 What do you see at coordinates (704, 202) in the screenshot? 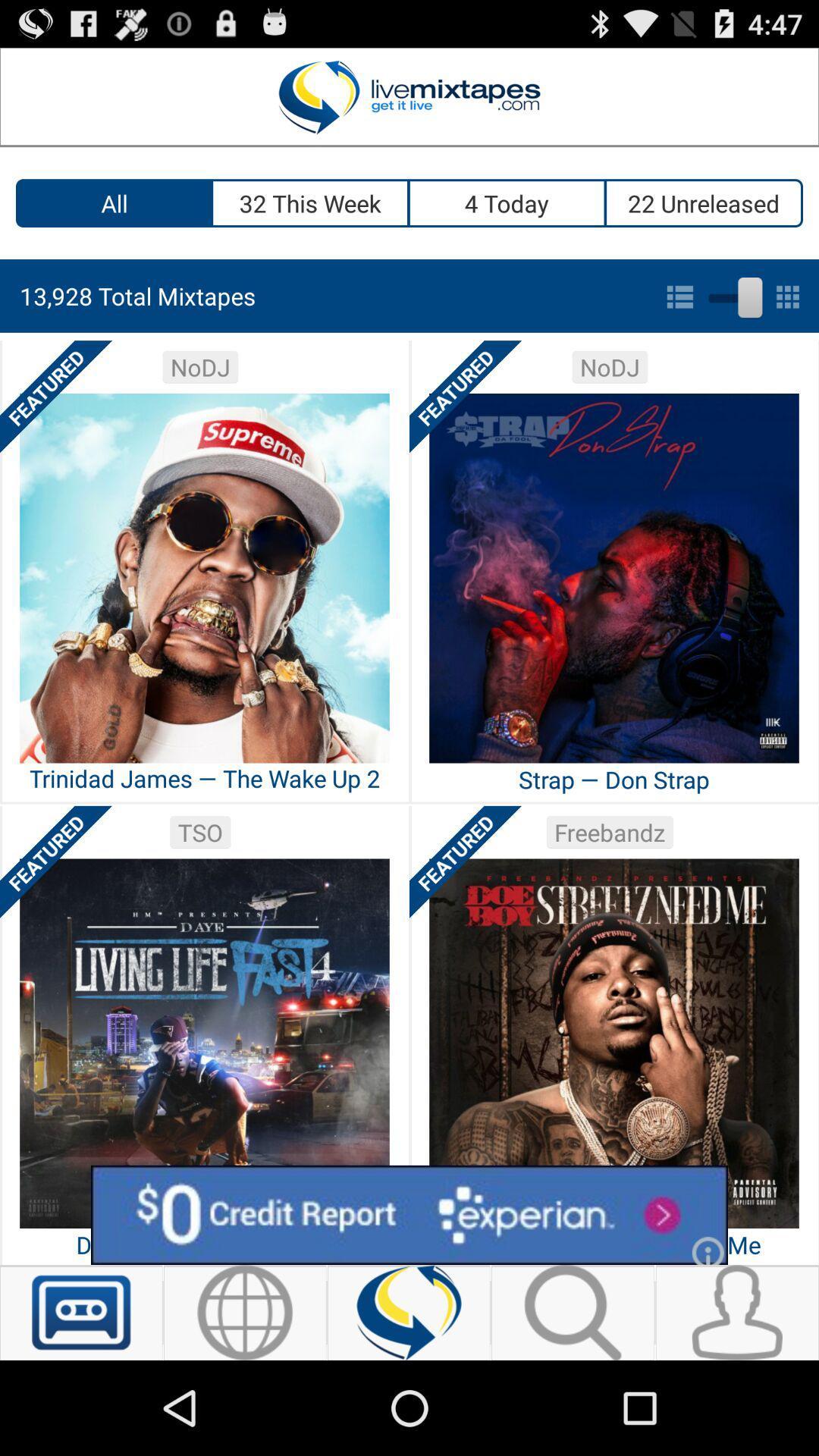
I see `the app next to 4 today` at bounding box center [704, 202].